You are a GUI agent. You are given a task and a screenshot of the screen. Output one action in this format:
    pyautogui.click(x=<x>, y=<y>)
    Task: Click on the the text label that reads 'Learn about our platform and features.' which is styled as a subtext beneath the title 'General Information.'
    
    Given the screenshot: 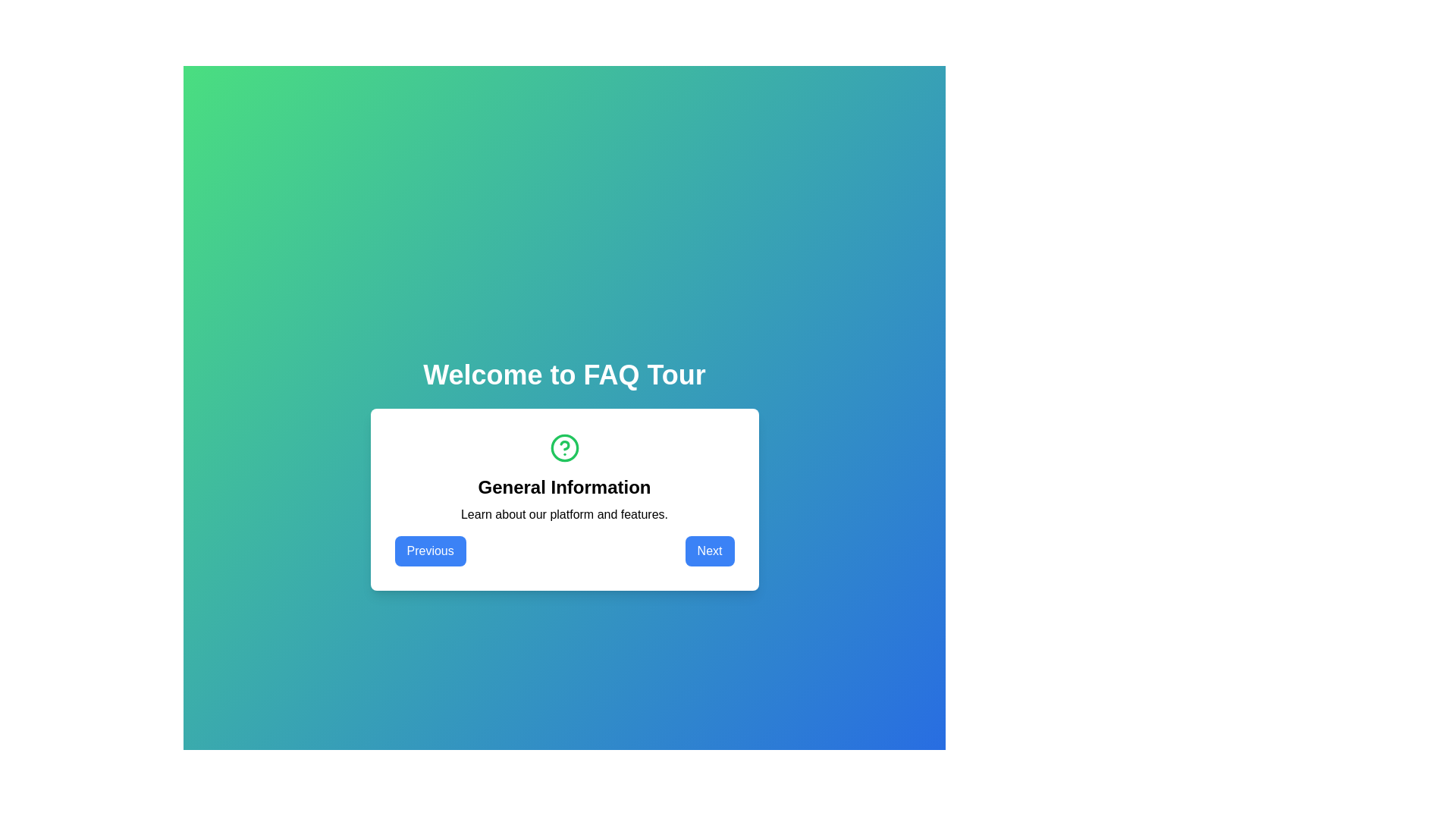 What is the action you would take?
    pyautogui.click(x=563, y=513)
    